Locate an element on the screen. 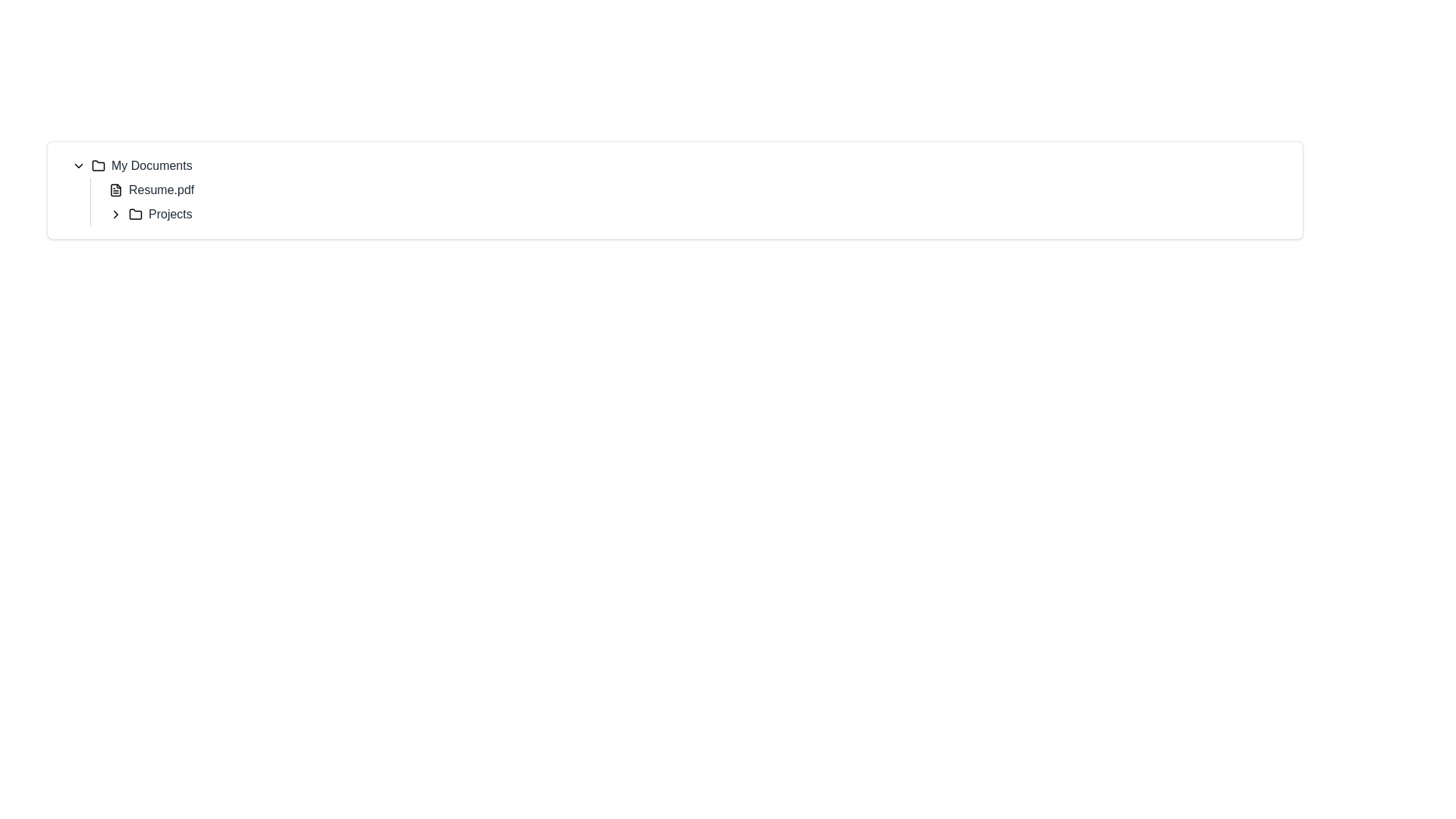  the right-facing chevron icon located to the left of the 'Projects' label is located at coordinates (115, 214).